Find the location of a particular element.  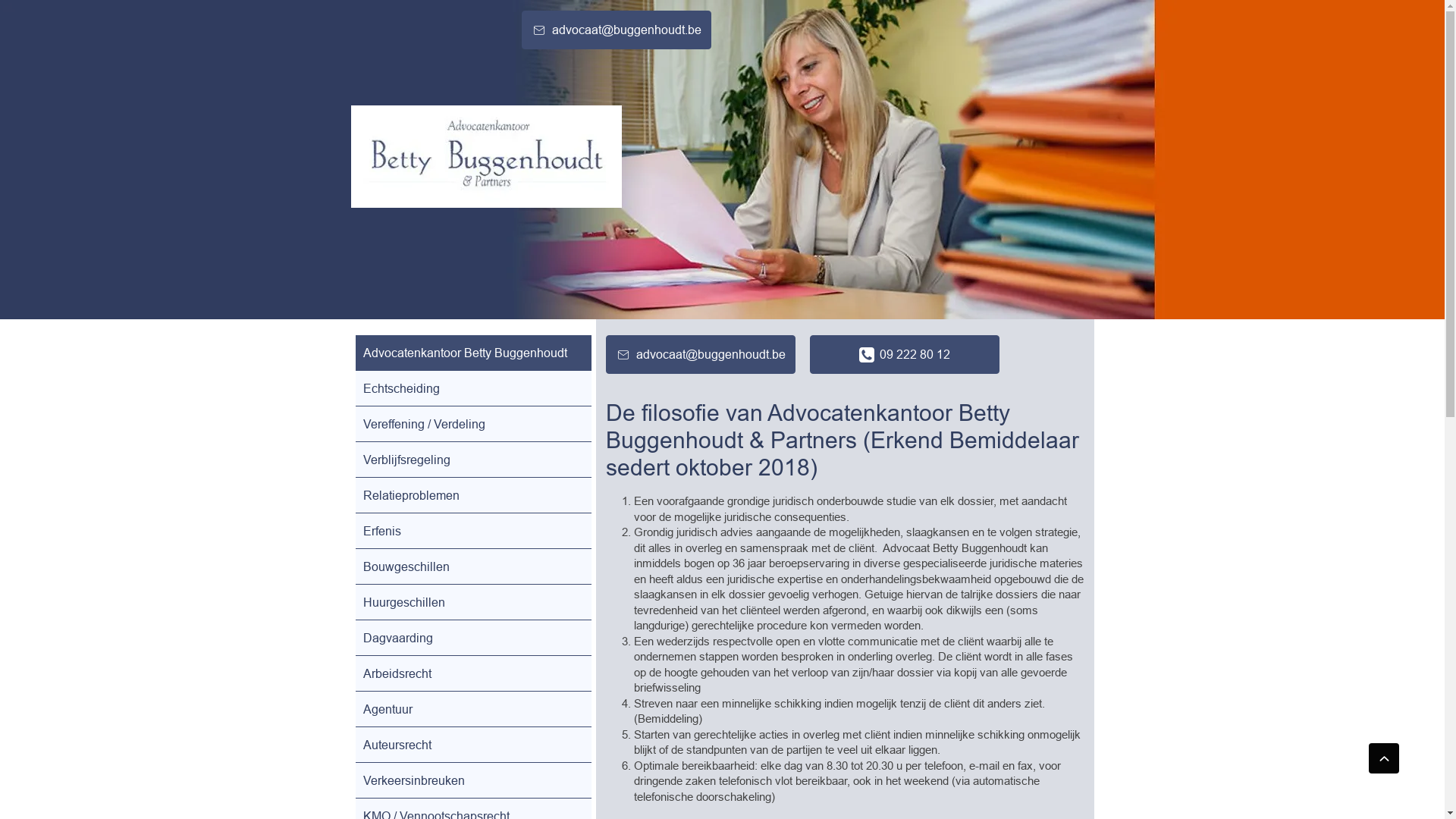

'Bouwgeschillen' is located at coordinates (472, 566).